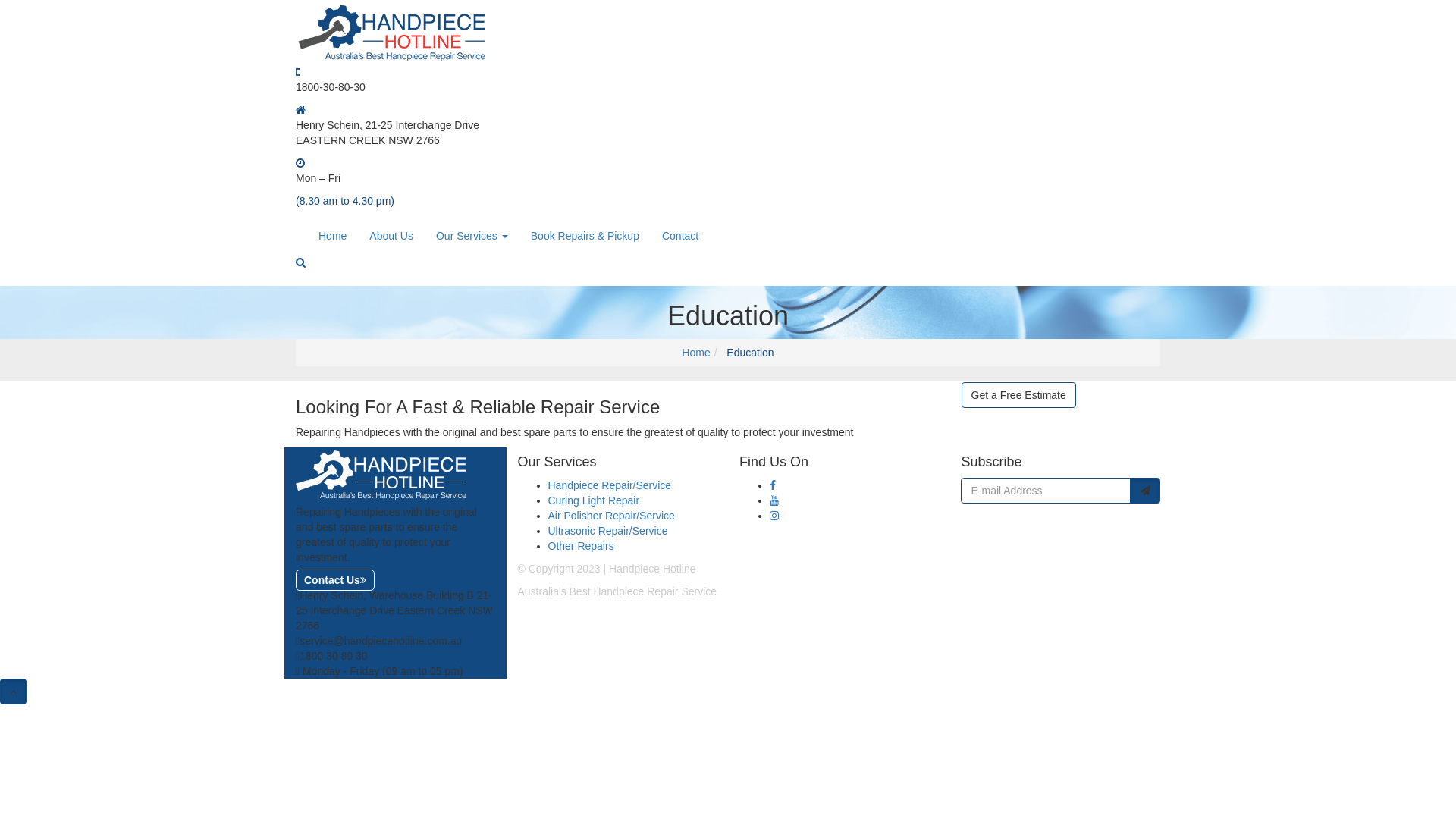 The height and width of the screenshot is (819, 1456). What do you see at coordinates (1018, 394) in the screenshot?
I see `'Get a Free Estimate'` at bounding box center [1018, 394].